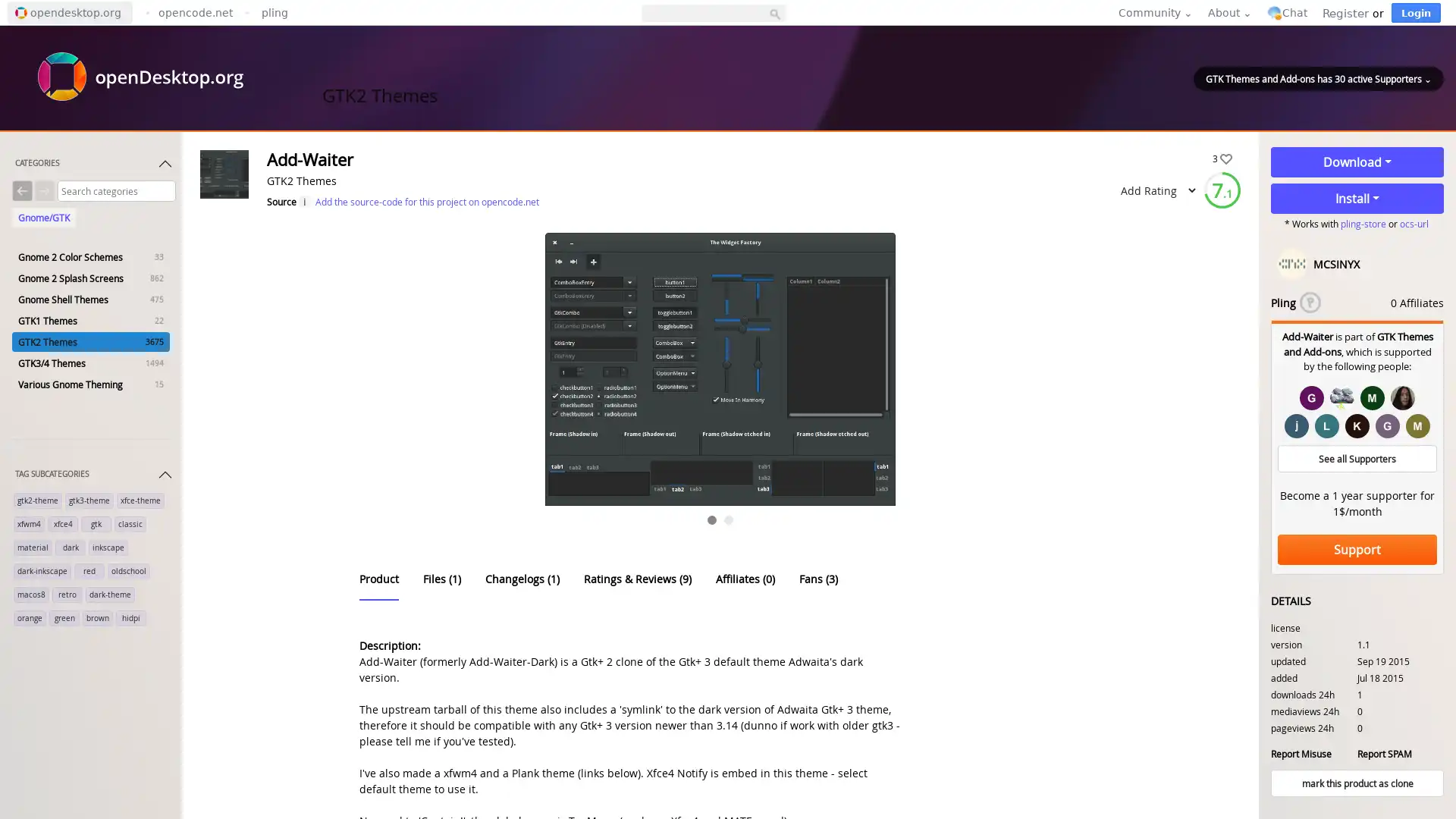 The image size is (1456, 819). I want to click on Support, so click(1357, 549).